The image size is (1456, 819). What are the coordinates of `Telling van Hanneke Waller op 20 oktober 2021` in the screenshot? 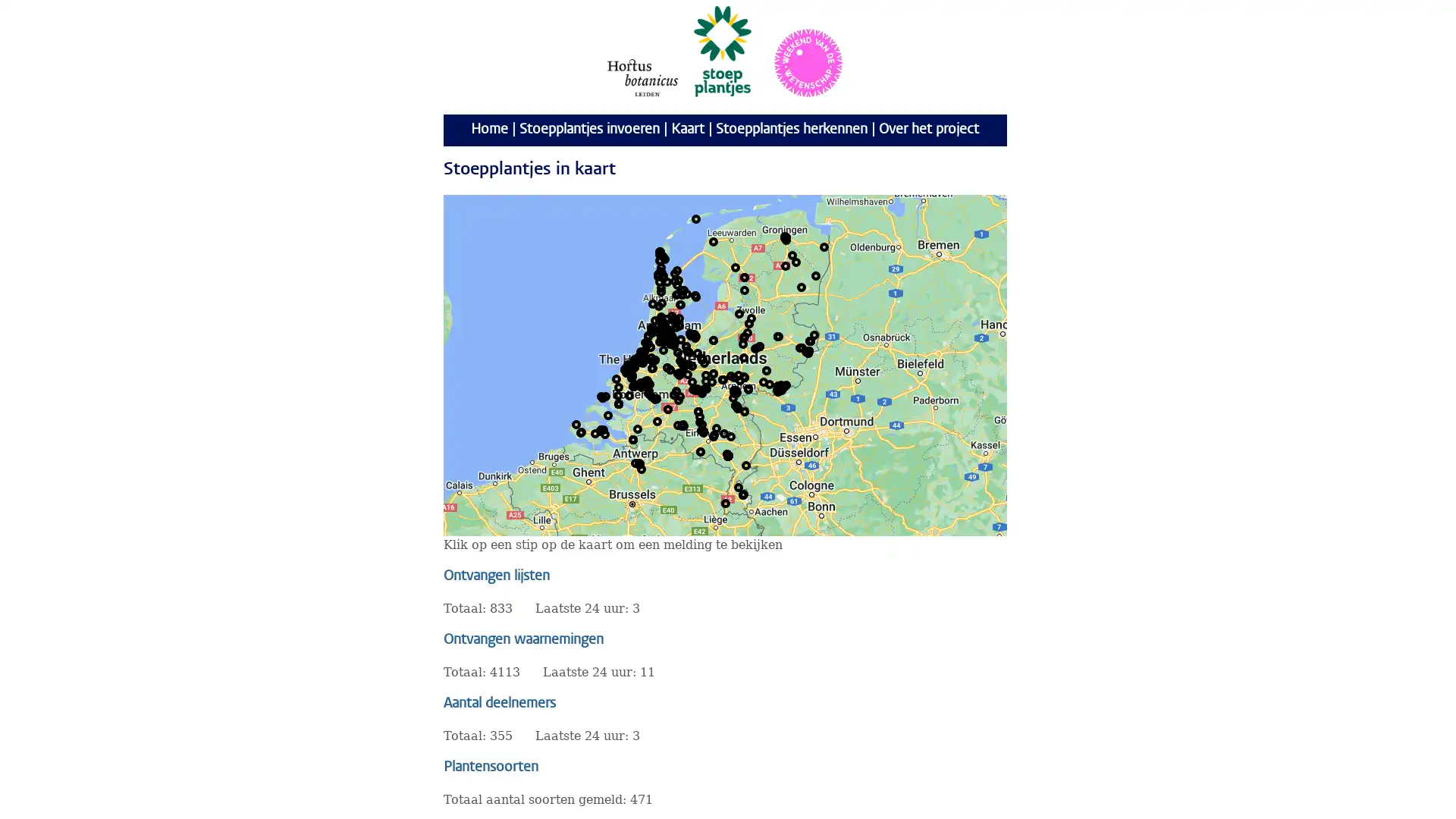 It's located at (687, 350).